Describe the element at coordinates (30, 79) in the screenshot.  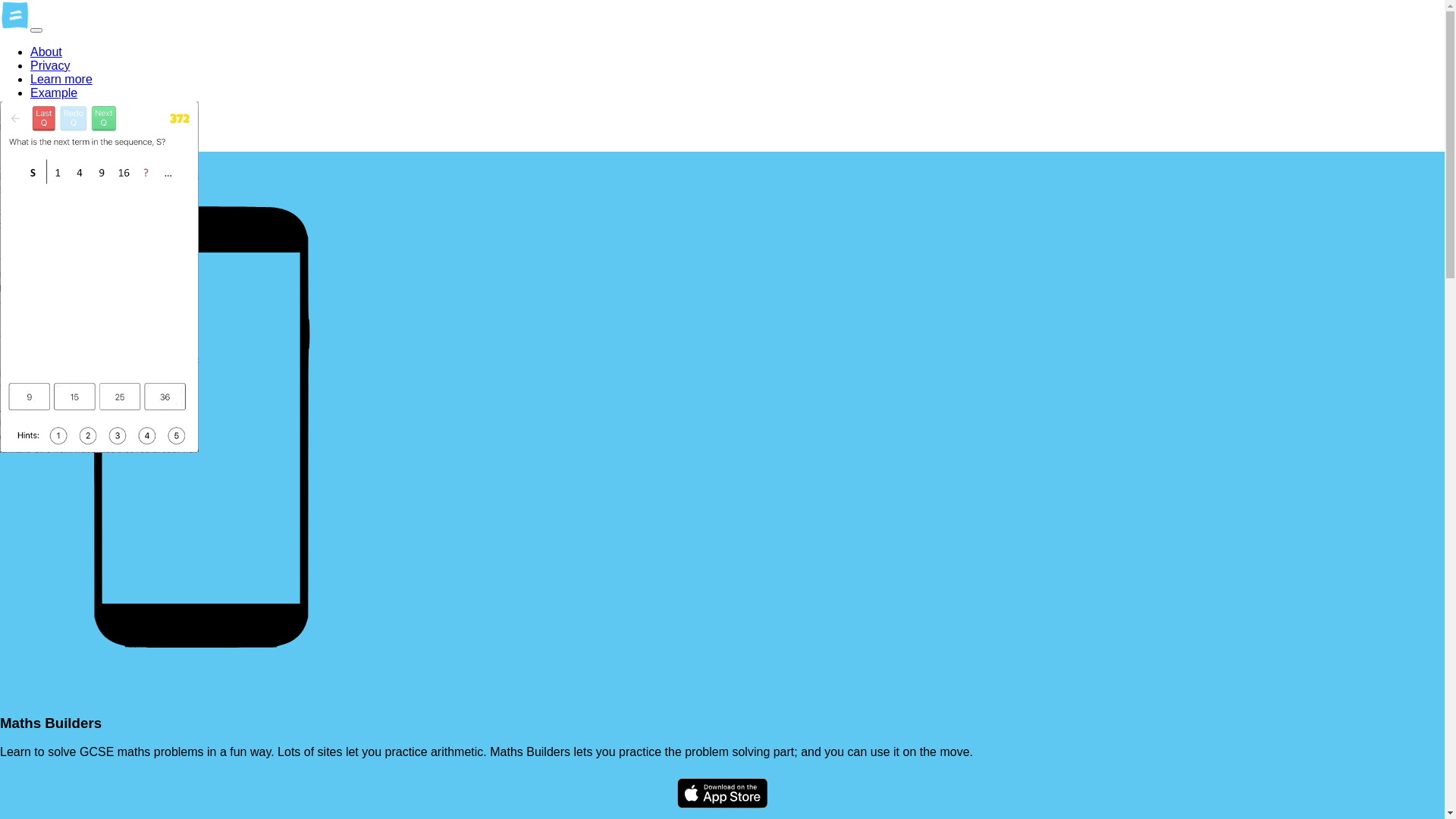
I see `'Learn more'` at that location.